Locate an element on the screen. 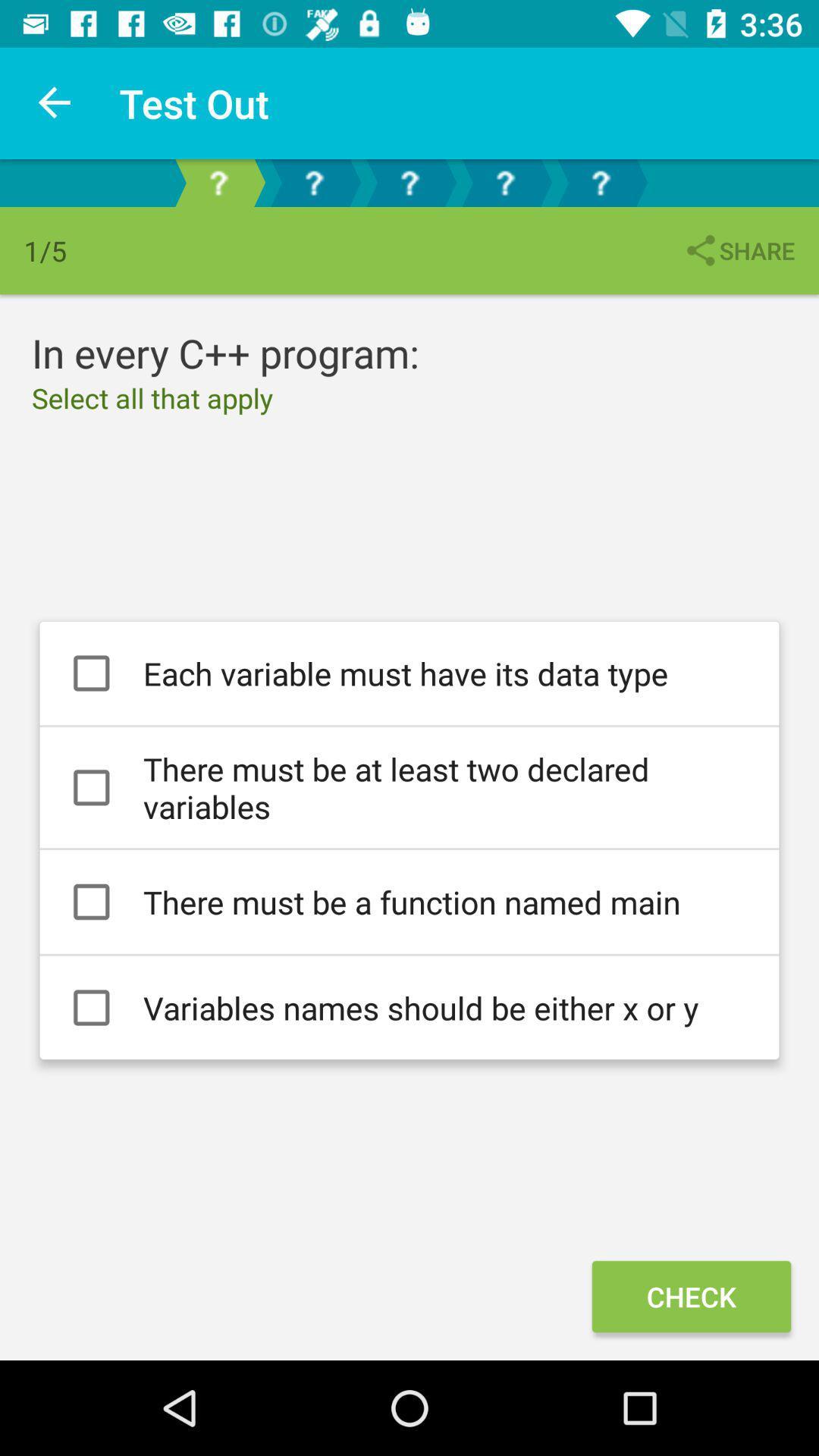 Image resolution: width=819 pixels, height=1456 pixels. item above 1/5 icon is located at coordinates (55, 102).